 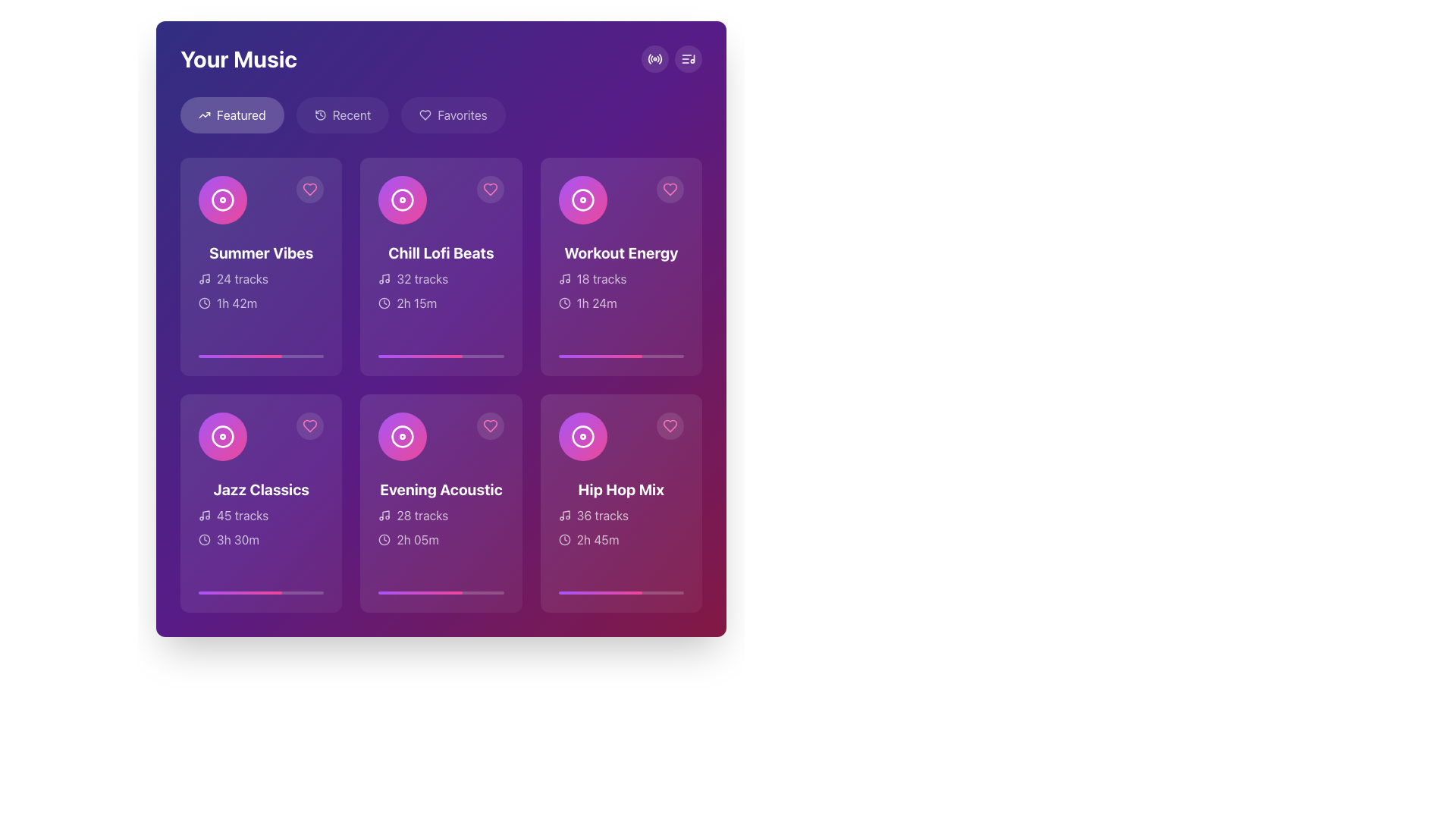 What do you see at coordinates (669, 189) in the screenshot?
I see `the heart icon in the top-right corner of the 'Workout Energy' card` at bounding box center [669, 189].